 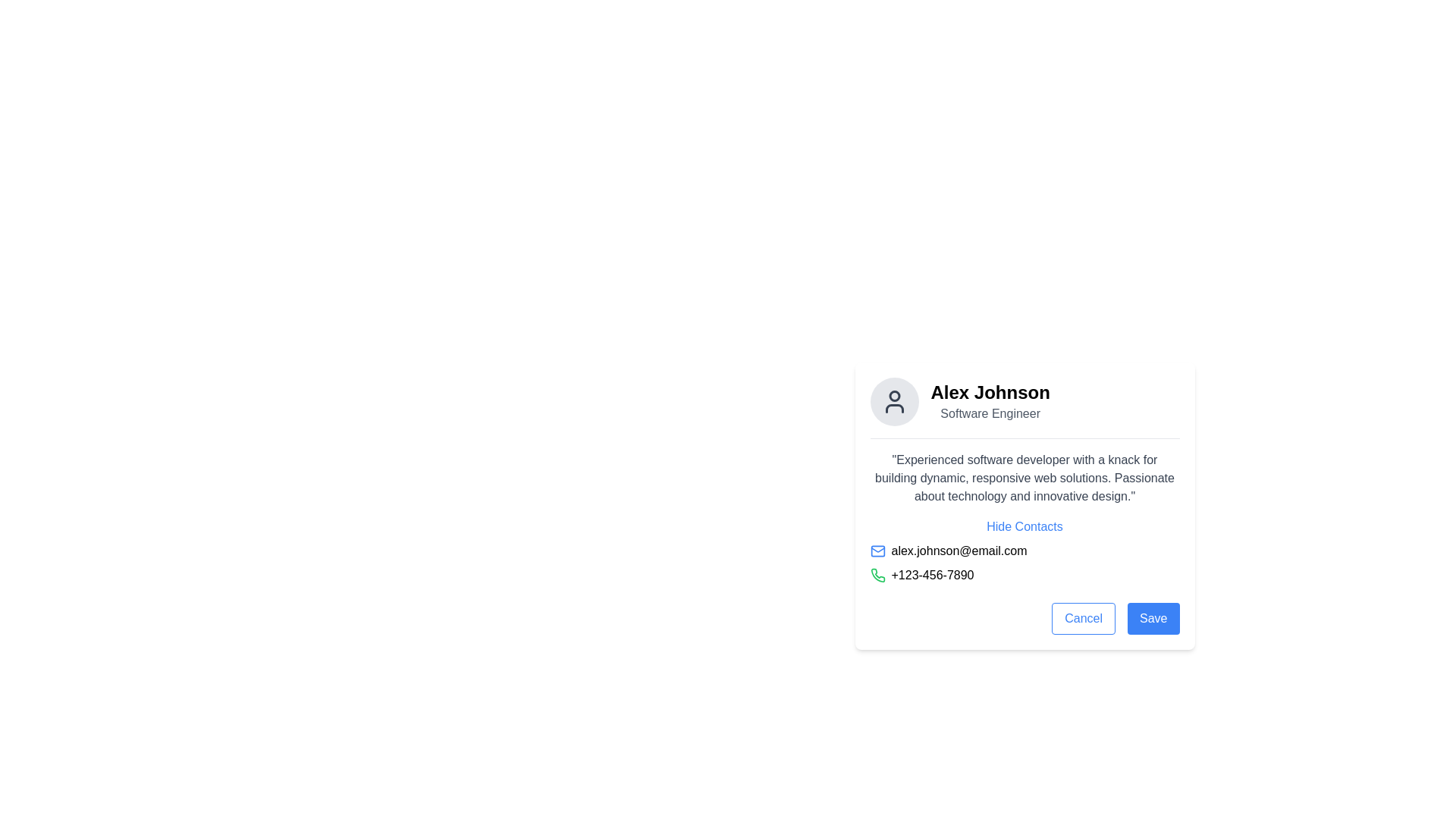 What do you see at coordinates (877, 575) in the screenshot?
I see `the phone contact icon located to the left of the phone number '+123-456-7890' in the lower section of the contact card interface` at bounding box center [877, 575].